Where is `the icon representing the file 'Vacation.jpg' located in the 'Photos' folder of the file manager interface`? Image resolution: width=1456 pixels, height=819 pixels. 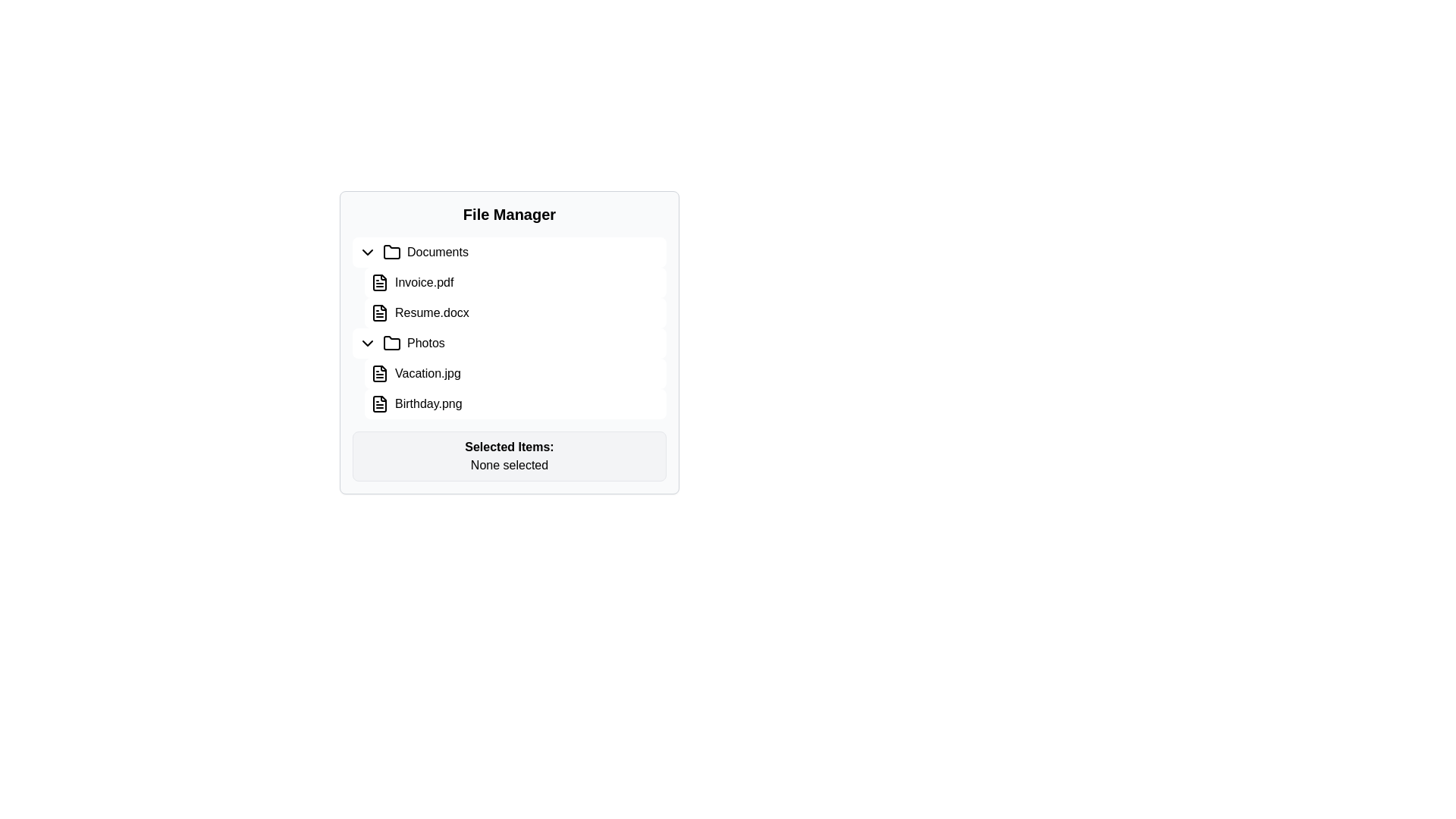
the icon representing the file 'Vacation.jpg' located in the 'Photos' folder of the file manager interface is located at coordinates (379, 374).